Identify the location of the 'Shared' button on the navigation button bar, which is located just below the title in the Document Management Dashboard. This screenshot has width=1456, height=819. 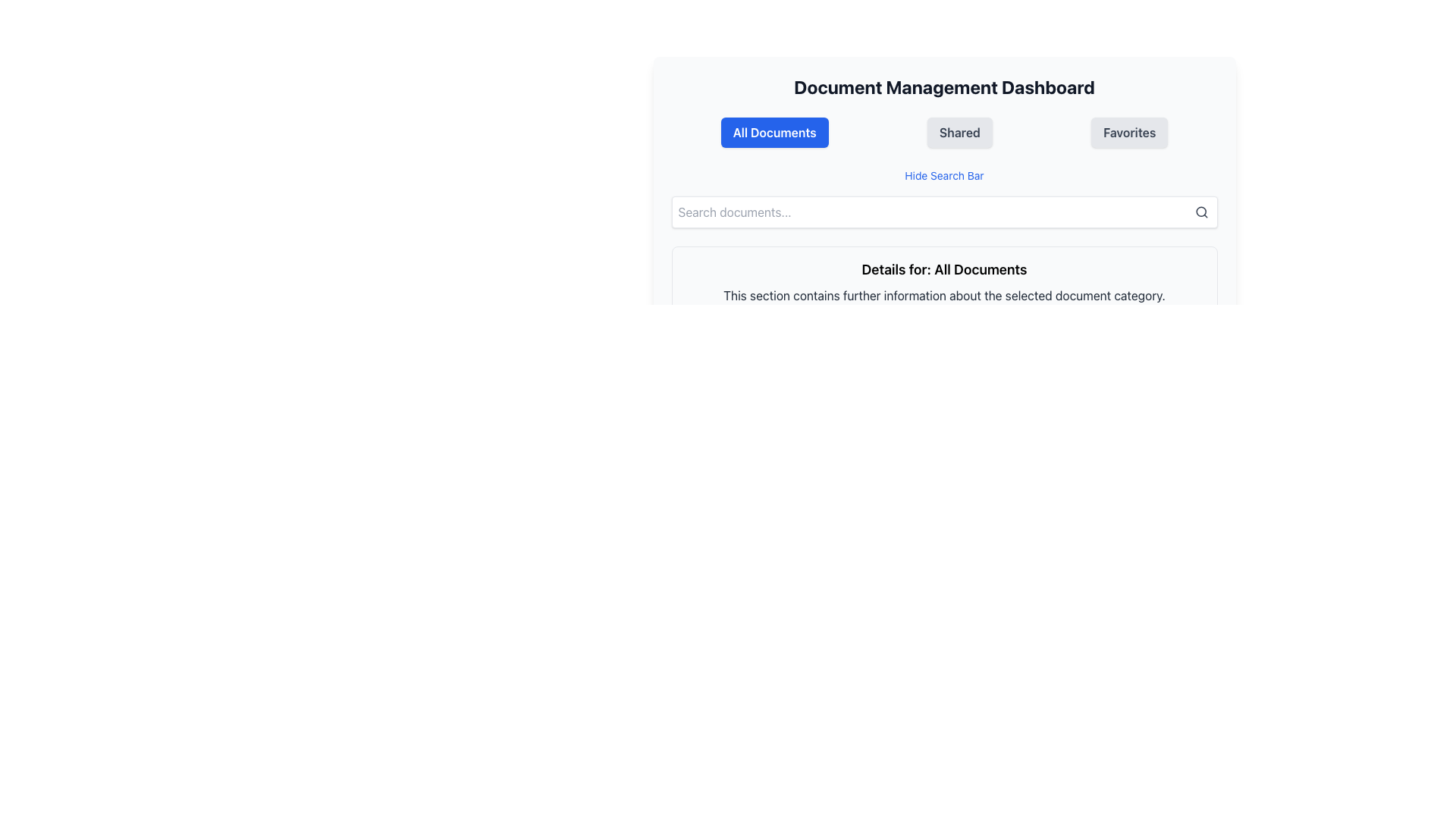
(943, 131).